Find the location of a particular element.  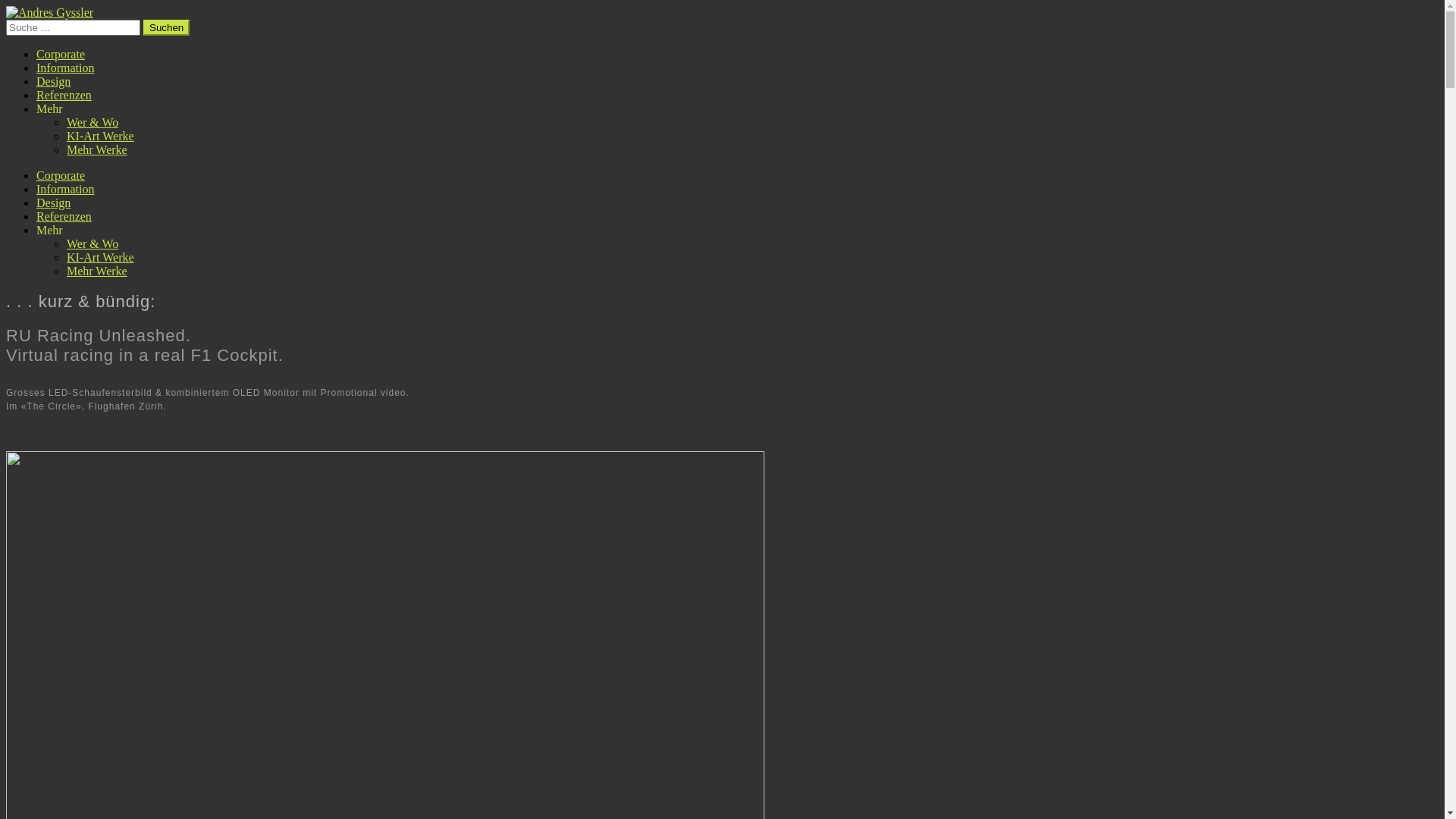

'Design' is located at coordinates (53, 202).